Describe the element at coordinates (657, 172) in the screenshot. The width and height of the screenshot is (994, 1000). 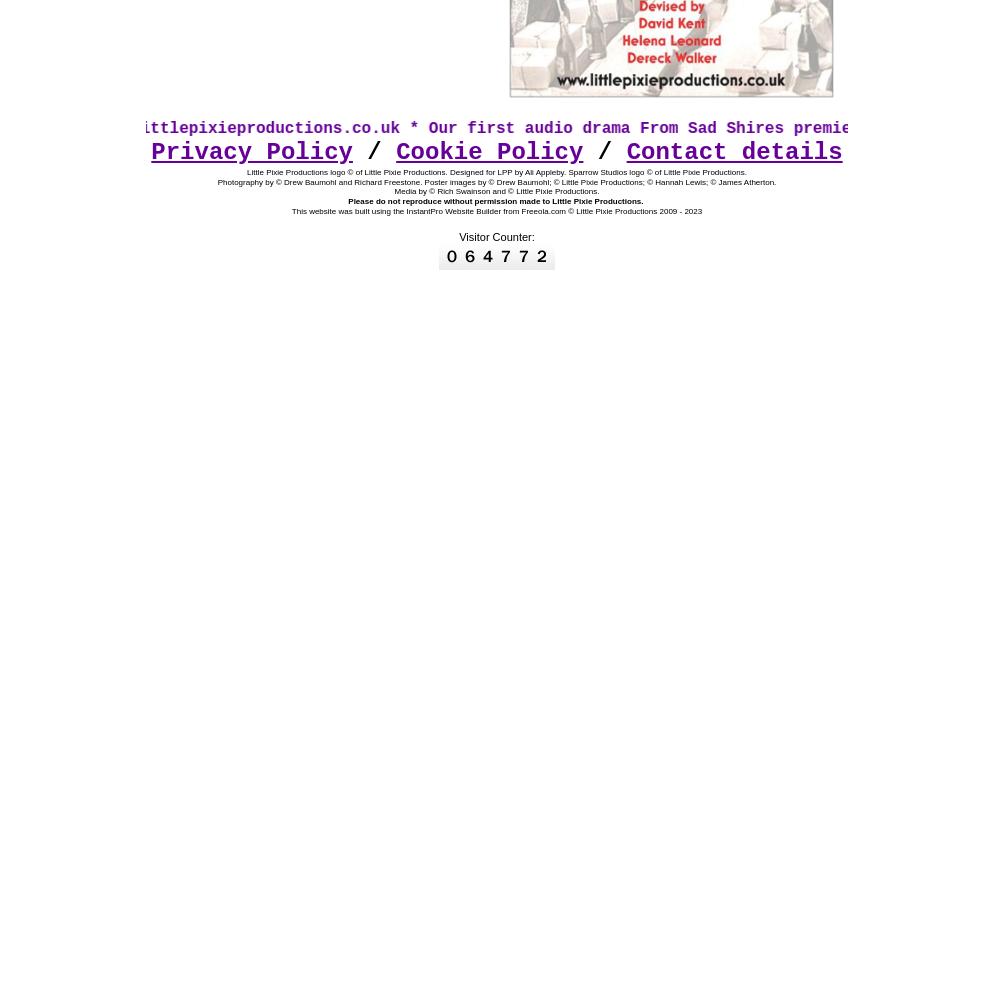
I see `'Sparrow Studios logo © of Little Pixie Productions.'` at that location.